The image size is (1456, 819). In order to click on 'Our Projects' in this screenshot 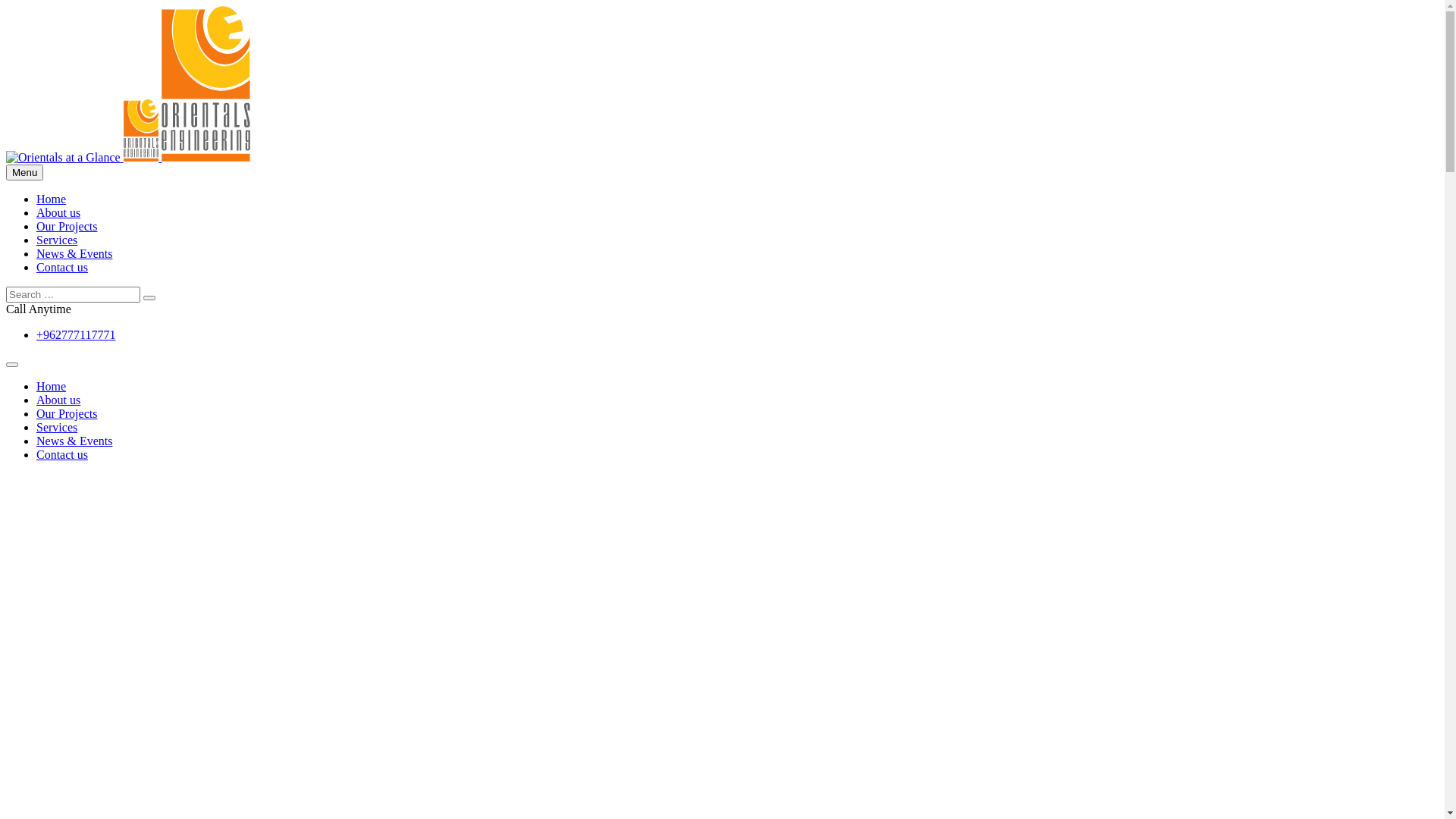, I will do `click(65, 226)`.